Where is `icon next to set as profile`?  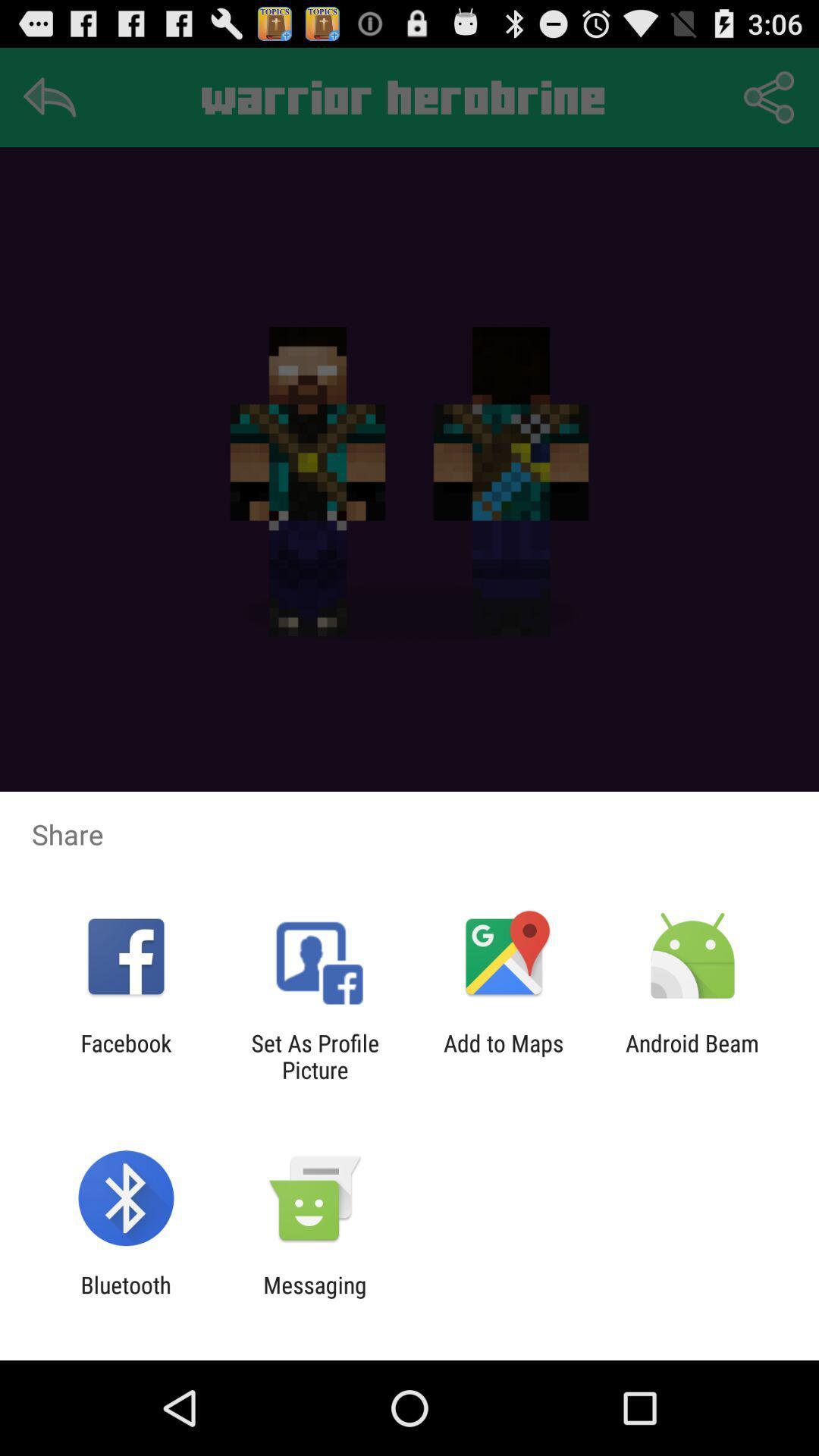 icon next to set as profile is located at coordinates (125, 1056).